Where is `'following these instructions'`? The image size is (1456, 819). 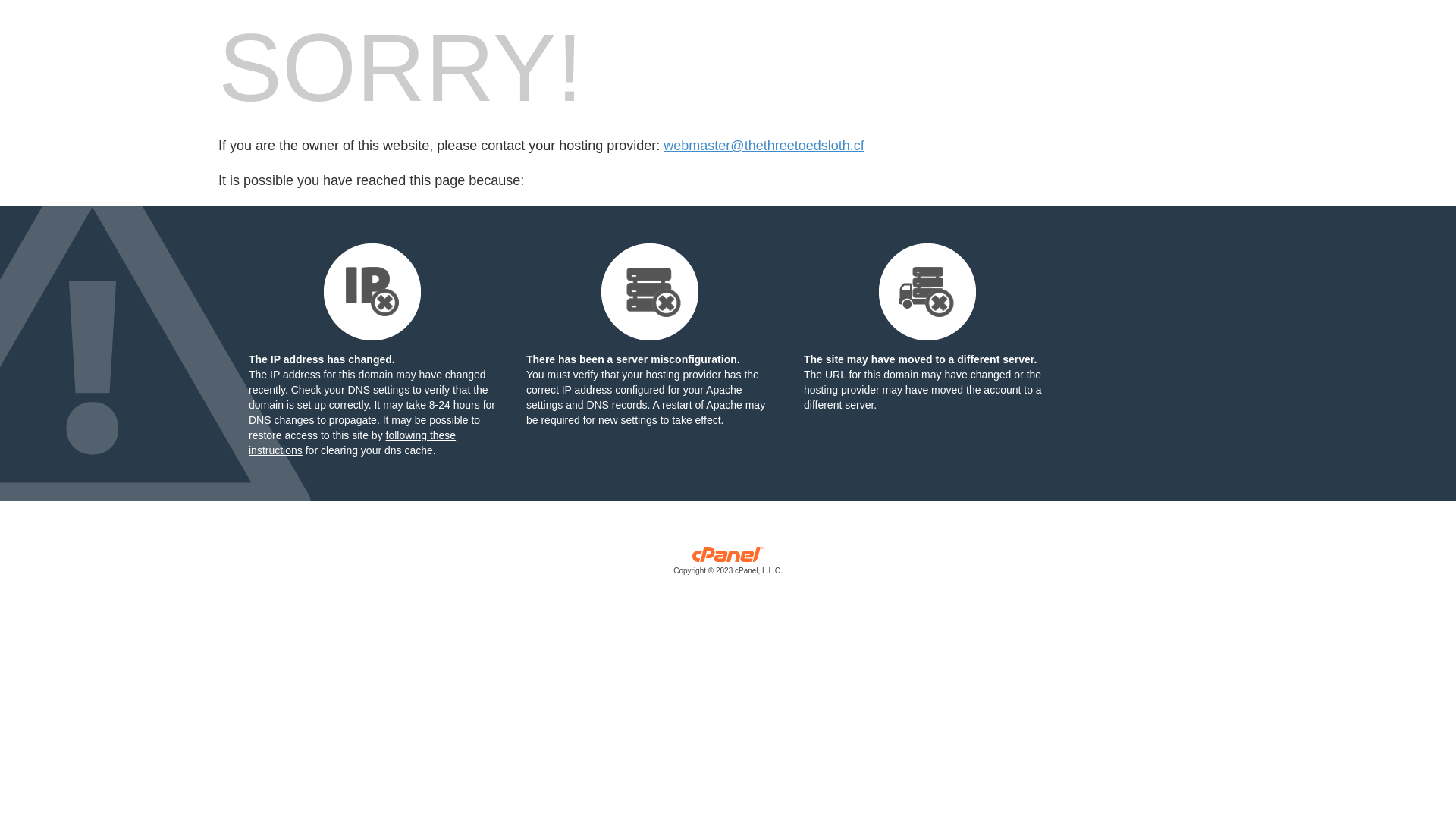
'following these instructions' is located at coordinates (351, 442).